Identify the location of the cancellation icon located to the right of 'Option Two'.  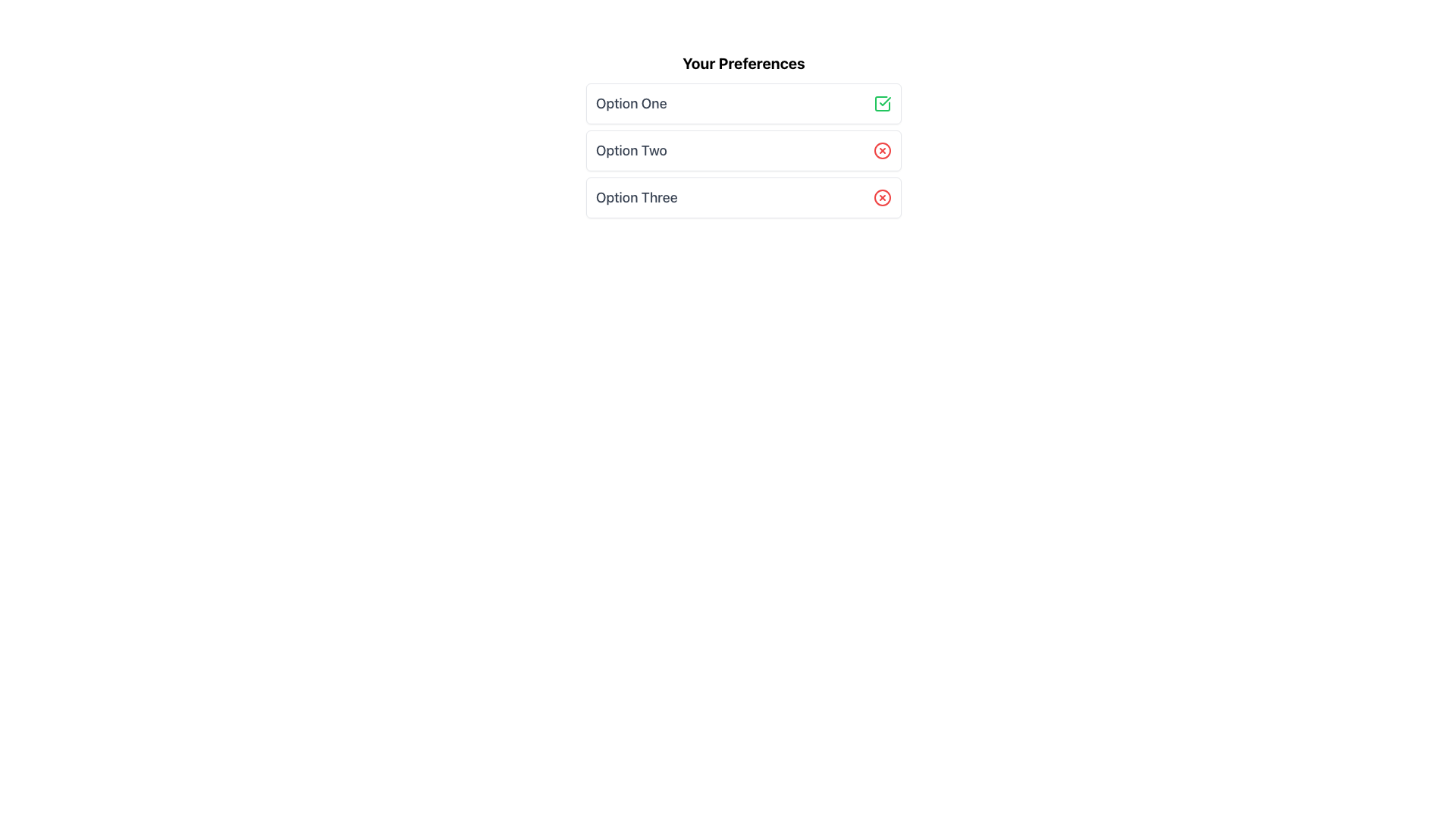
(882, 151).